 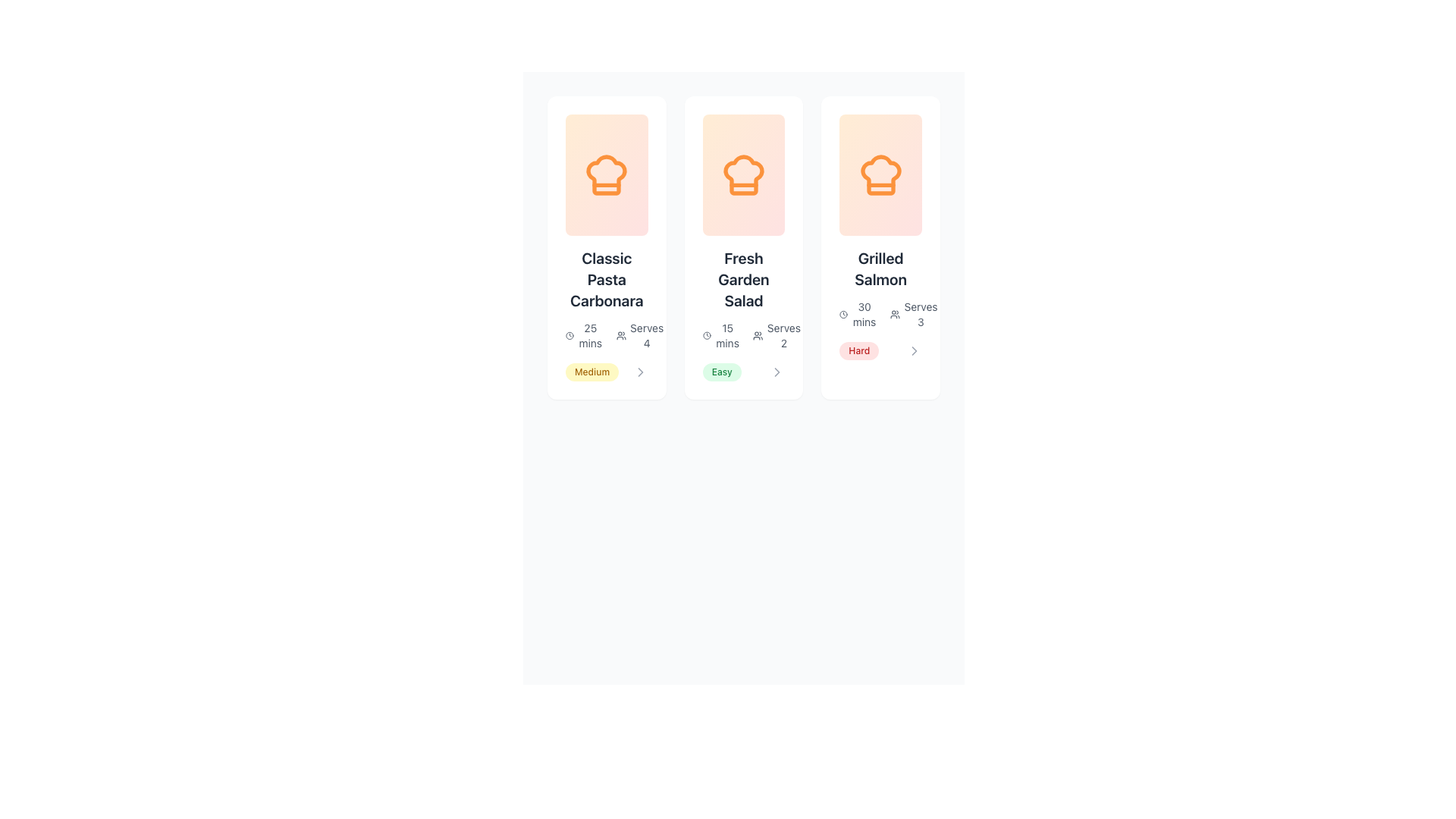 What do you see at coordinates (880, 247) in the screenshot?
I see `the third card in the recipe overview grid that represents the Grilled Salmon recipe` at bounding box center [880, 247].